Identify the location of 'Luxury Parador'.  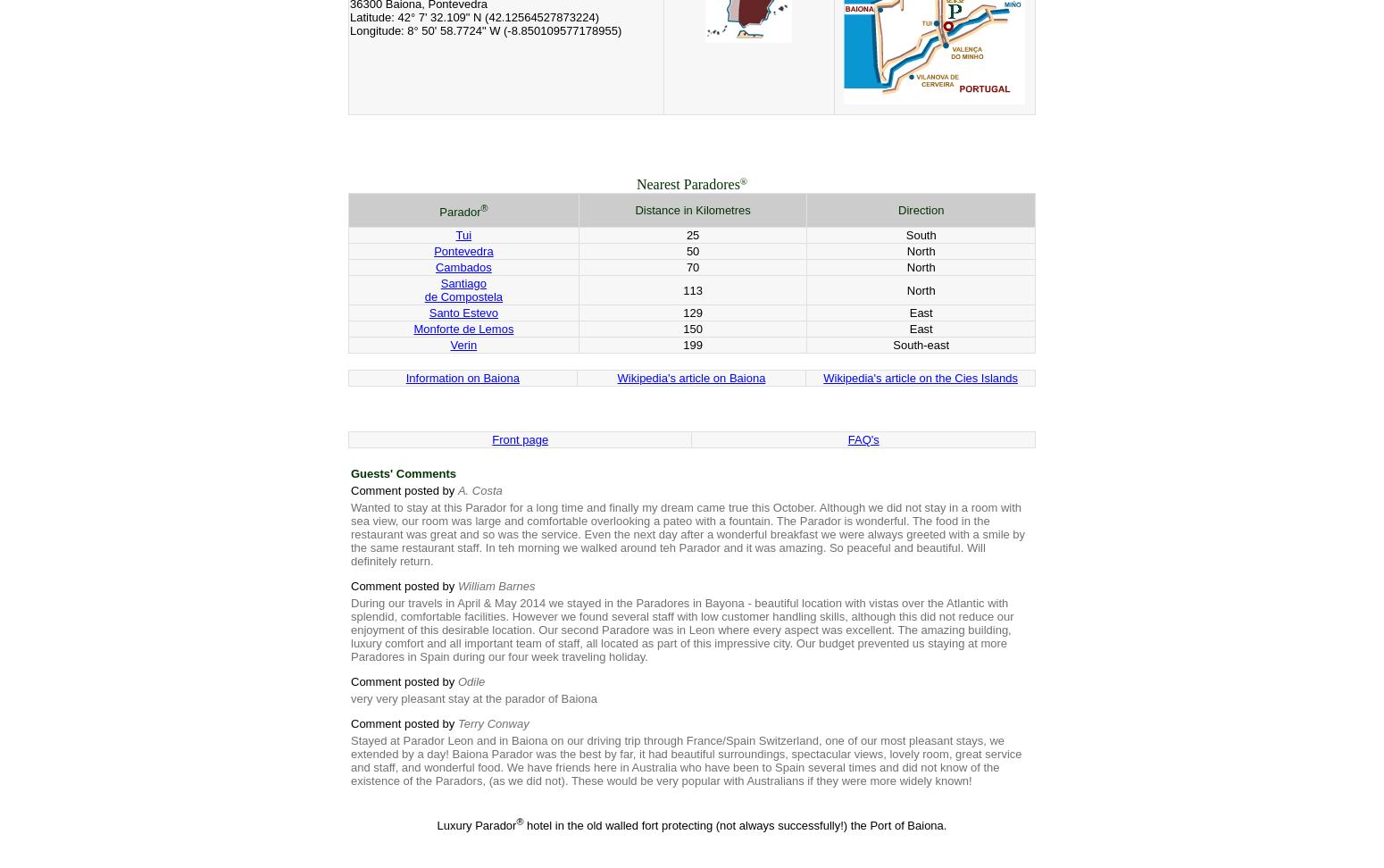
(475, 824).